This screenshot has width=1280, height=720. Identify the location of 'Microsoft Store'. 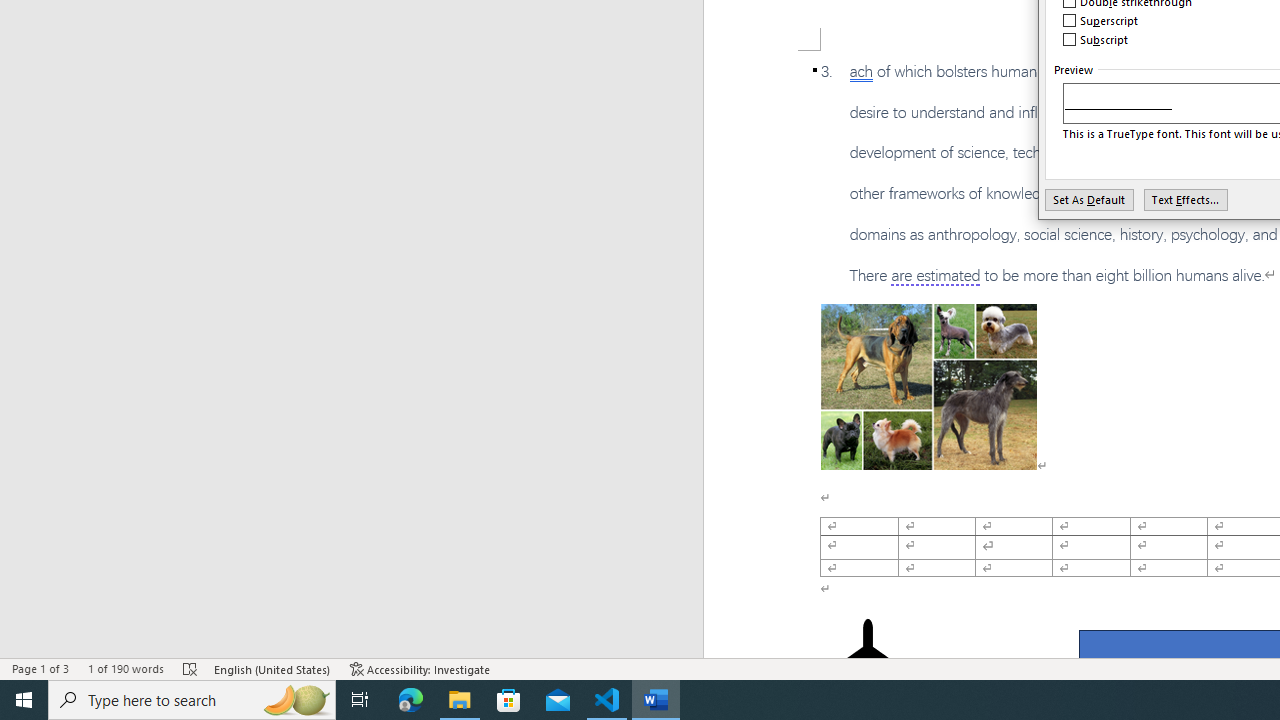
(509, 698).